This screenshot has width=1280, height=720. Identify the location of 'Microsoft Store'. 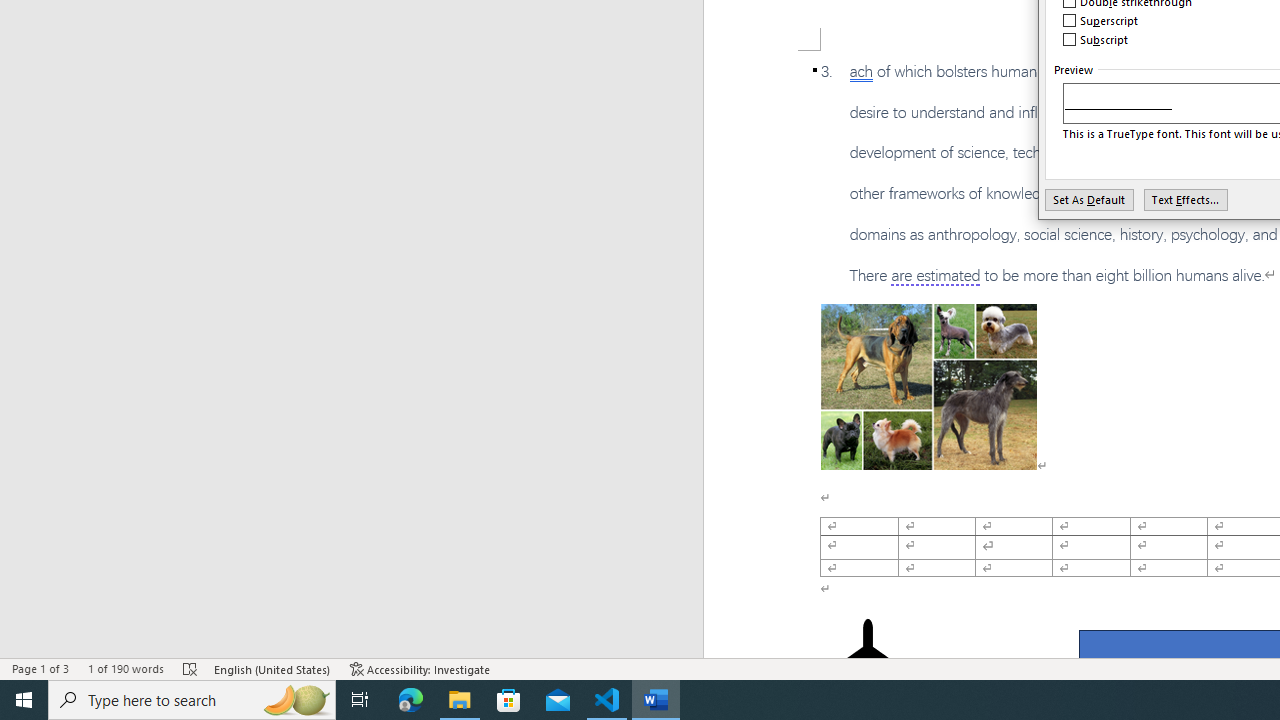
(509, 698).